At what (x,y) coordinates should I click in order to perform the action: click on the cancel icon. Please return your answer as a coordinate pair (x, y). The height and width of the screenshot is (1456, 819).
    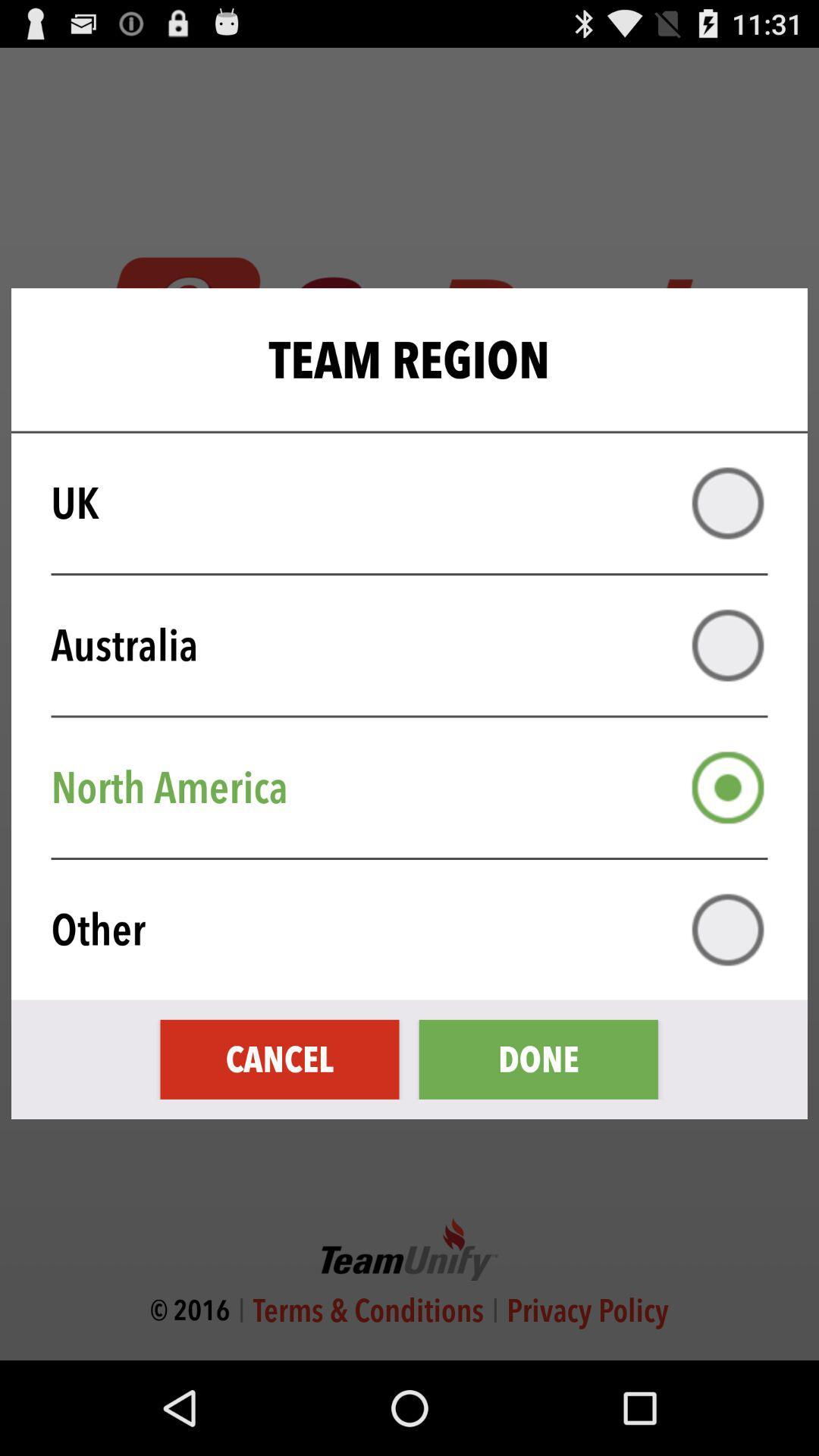
    Looking at the image, I should click on (280, 1059).